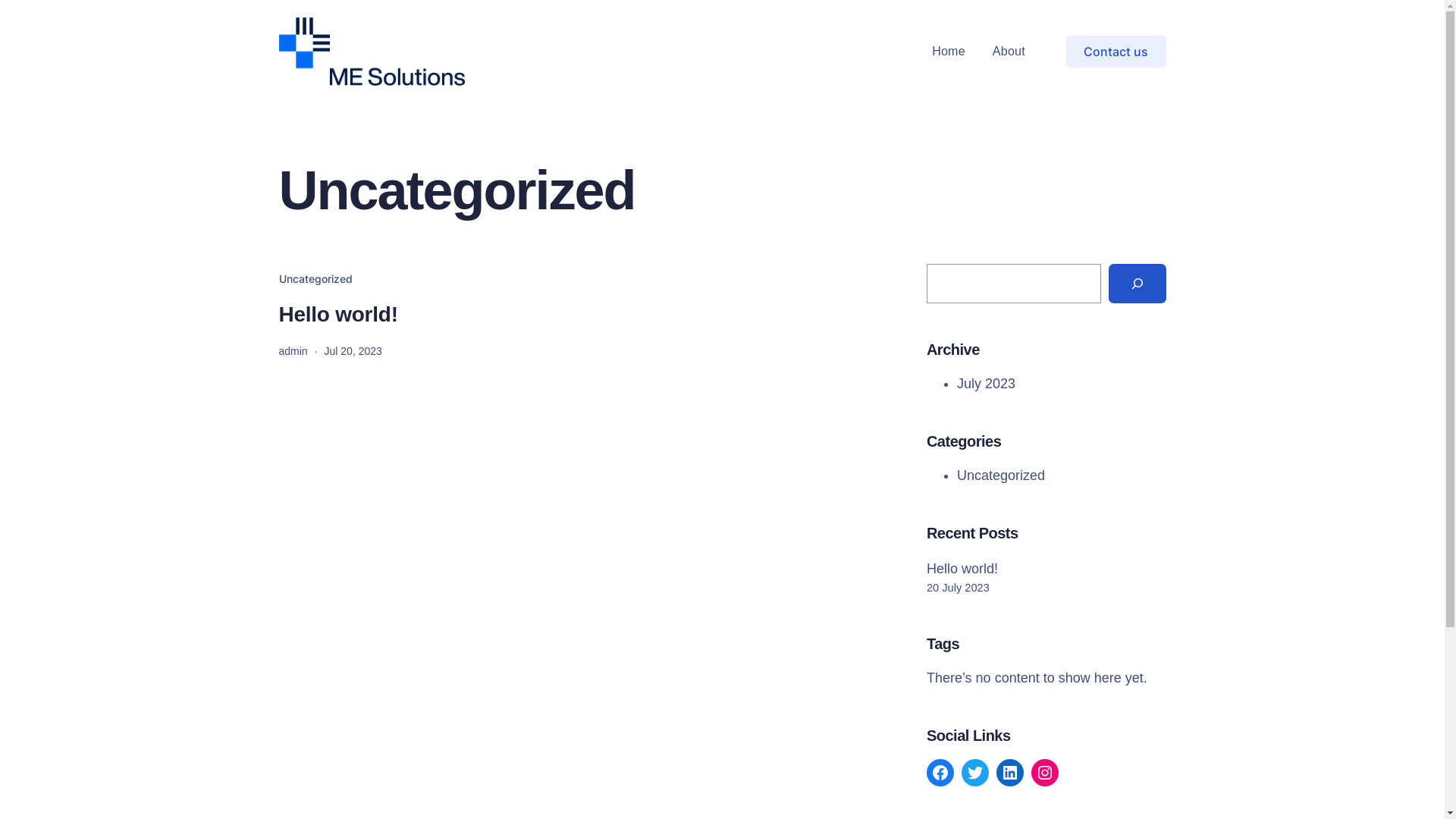 This screenshot has width=1456, height=819. What do you see at coordinates (1043, 772) in the screenshot?
I see `'Instagram'` at bounding box center [1043, 772].